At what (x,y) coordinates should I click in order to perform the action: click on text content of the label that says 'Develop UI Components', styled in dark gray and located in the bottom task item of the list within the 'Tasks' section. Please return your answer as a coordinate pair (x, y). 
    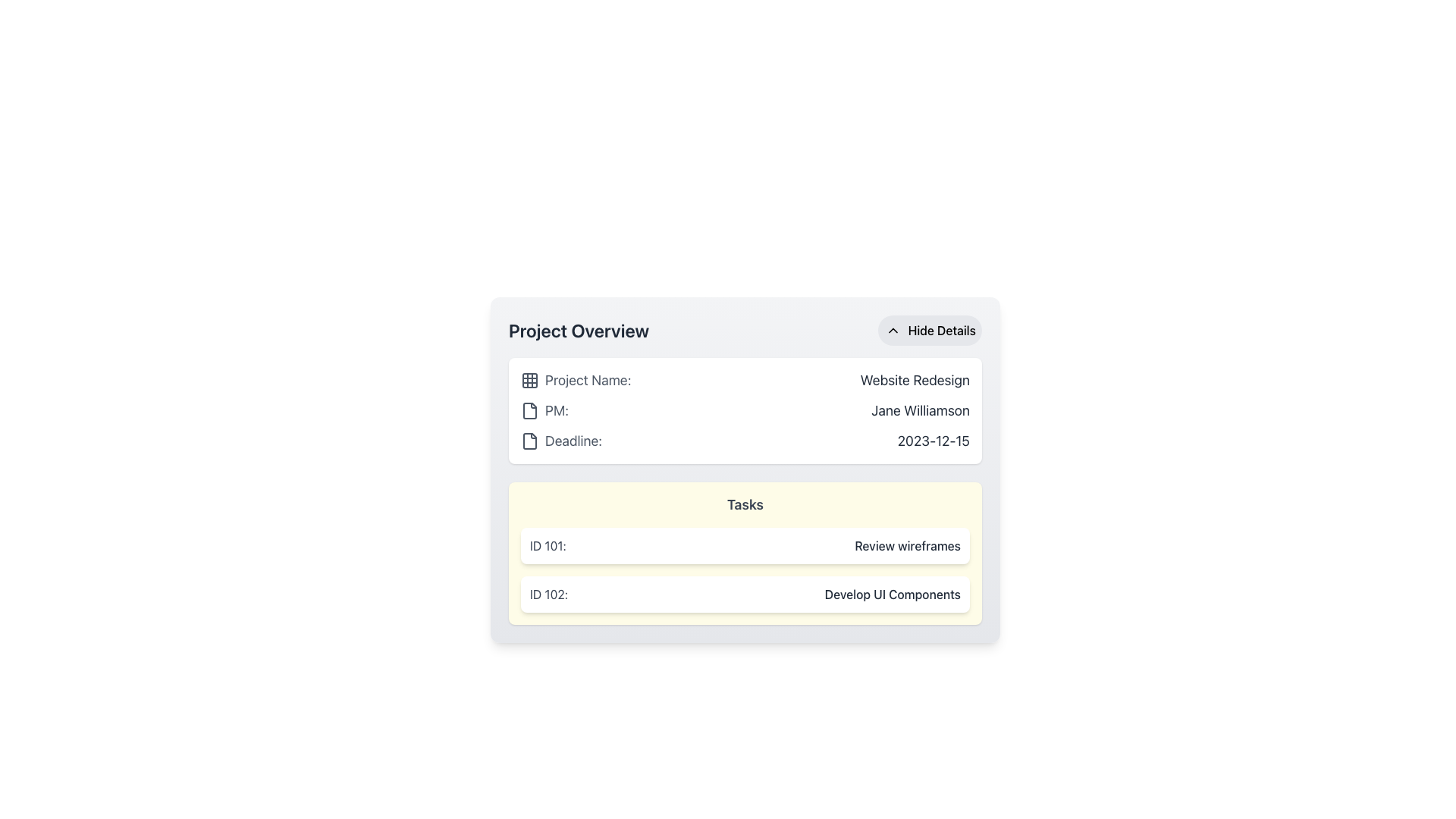
    Looking at the image, I should click on (893, 593).